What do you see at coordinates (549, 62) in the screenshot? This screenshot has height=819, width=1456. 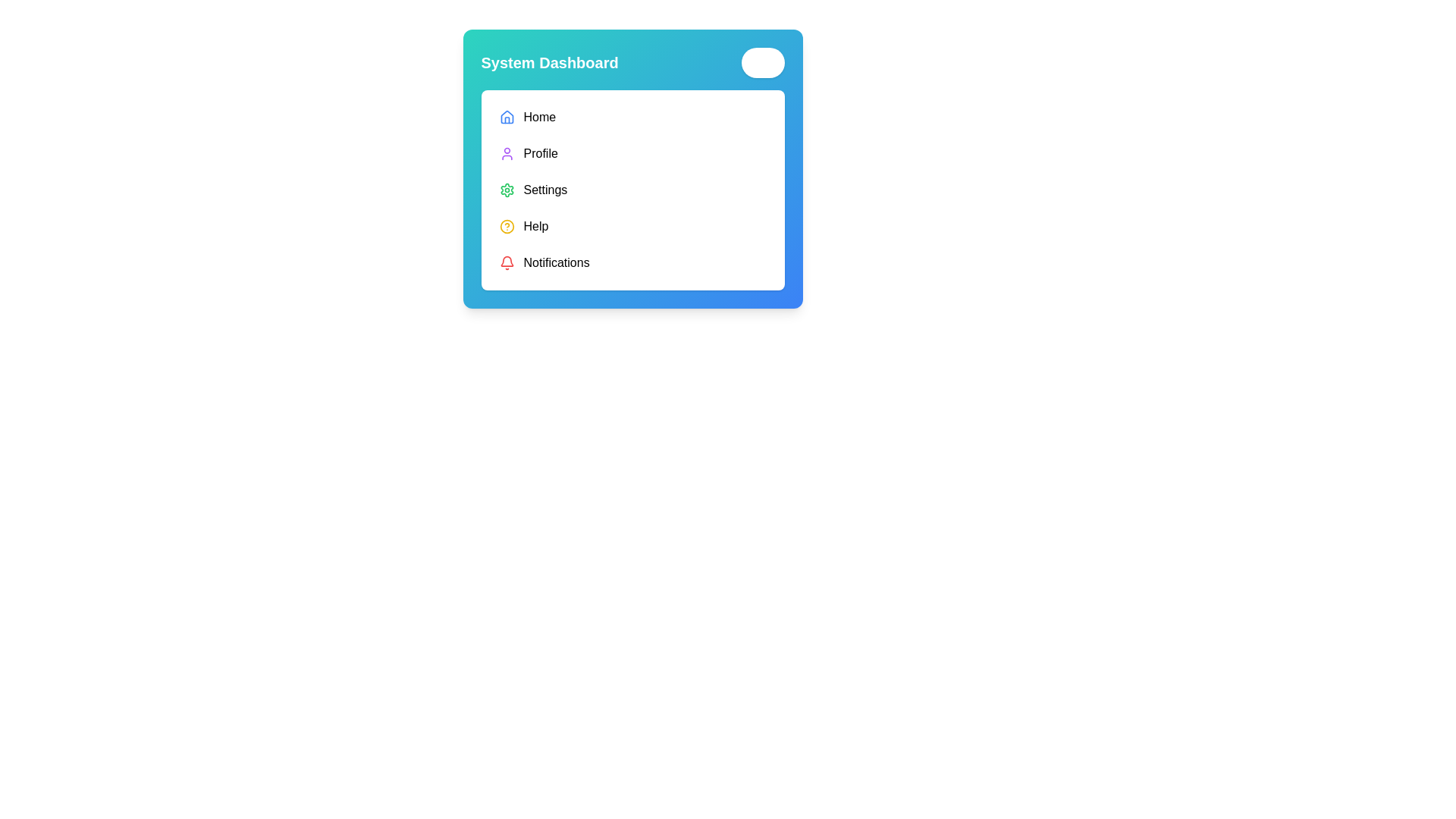 I see `the static text label that serves as a title or heading for the interface, located in the upper-left corner of the rectangular card interface` at bounding box center [549, 62].